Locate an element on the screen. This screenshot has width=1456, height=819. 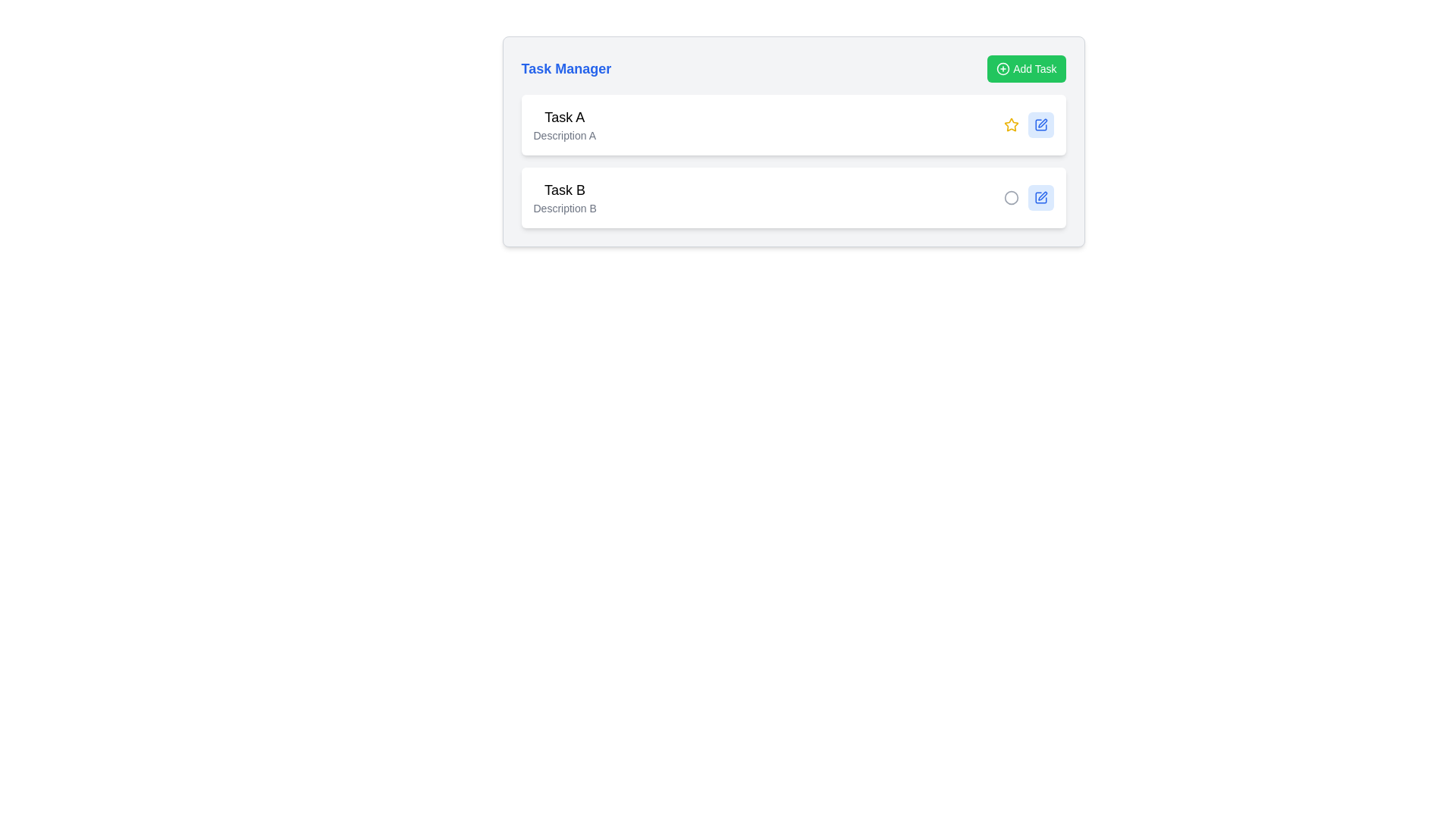
the star icon in the task card labeled 'Task A - Description A' is located at coordinates (1028, 124).